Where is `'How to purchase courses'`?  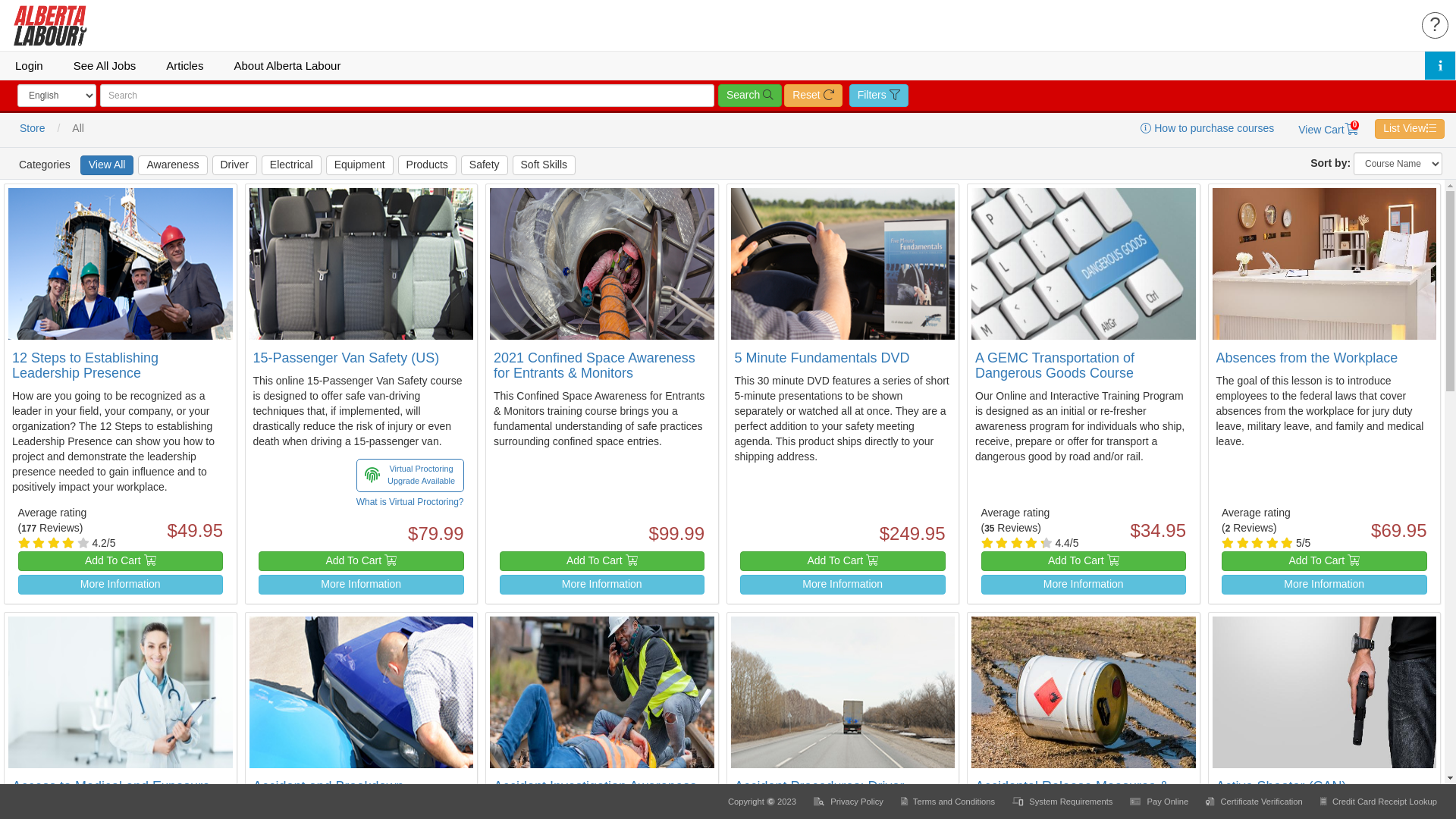
'How to purchase courses' is located at coordinates (1207, 127).